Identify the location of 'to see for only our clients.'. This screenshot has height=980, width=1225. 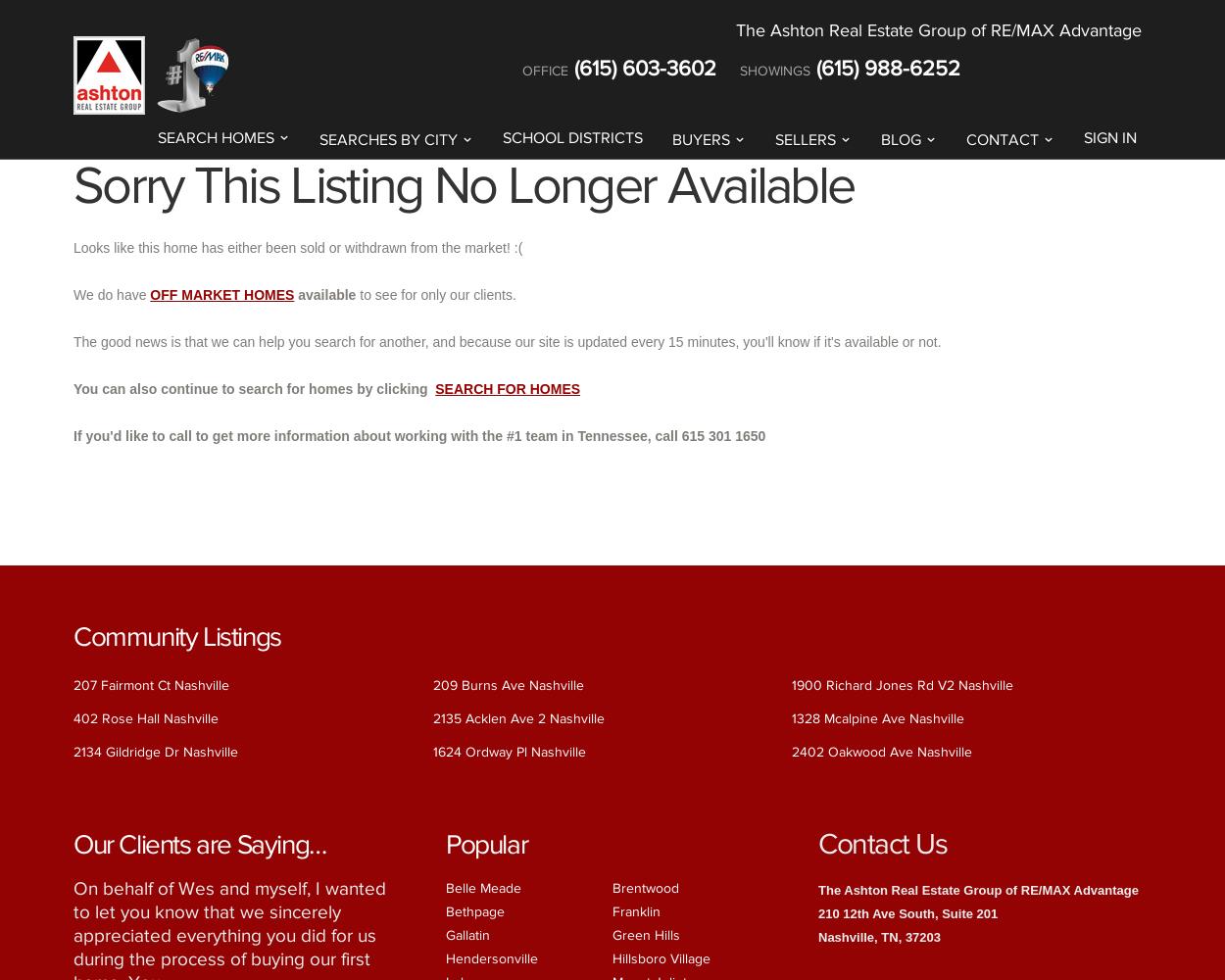
(436, 294).